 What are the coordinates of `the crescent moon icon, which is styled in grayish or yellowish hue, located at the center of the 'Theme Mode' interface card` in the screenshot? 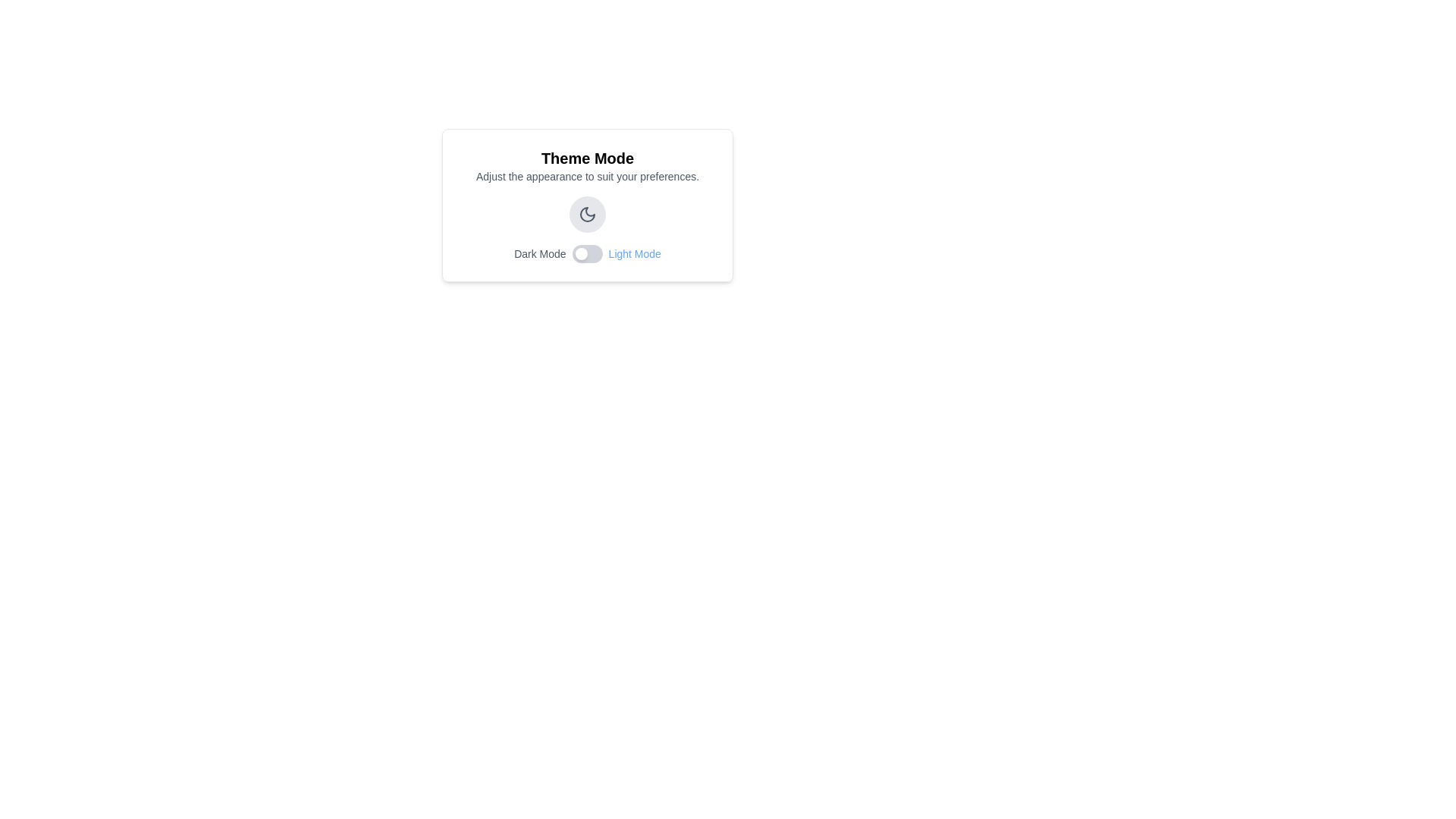 It's located at (586, 214).